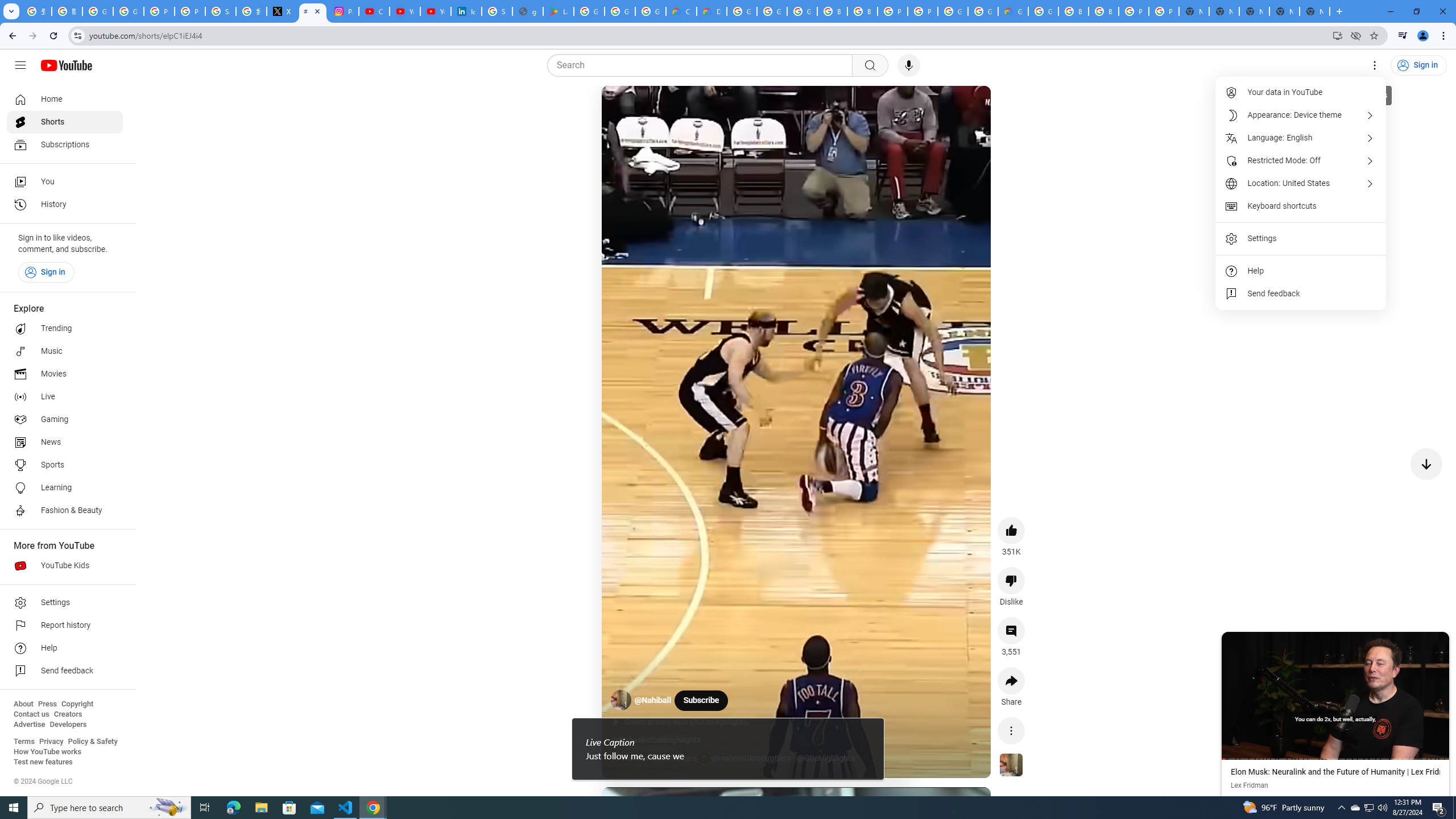 The height and width of the screenshot is (819, 1456). Describe the element at coordinates (1011, 530) in the screenshot. I see `'like this video along with 351K other people'` at that location.